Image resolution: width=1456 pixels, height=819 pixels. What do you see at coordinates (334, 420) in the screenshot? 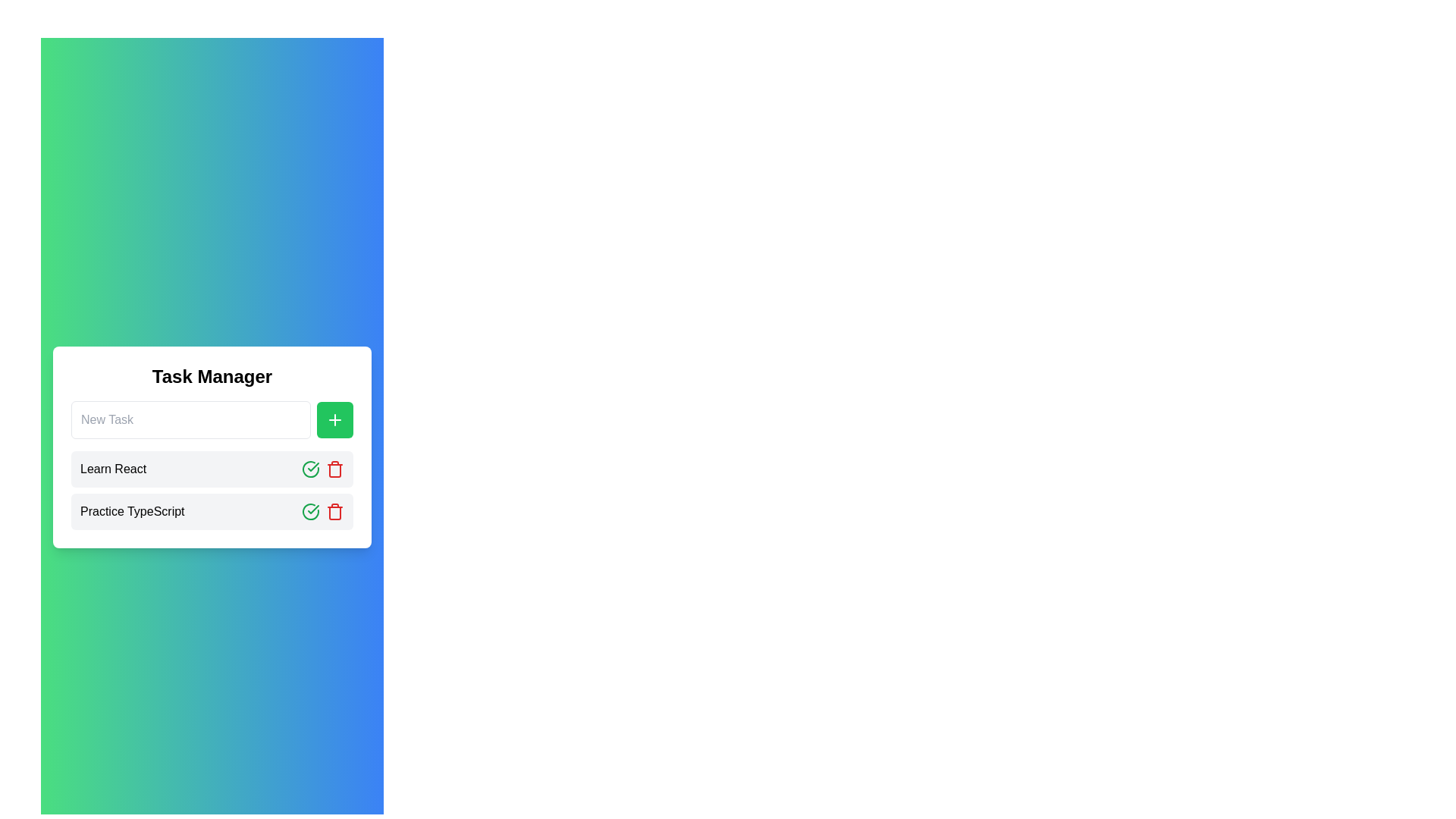
I see `the small circular green button with a white plus icon located at the top-right corner of the task entry form` at bounding box center [334, 420].